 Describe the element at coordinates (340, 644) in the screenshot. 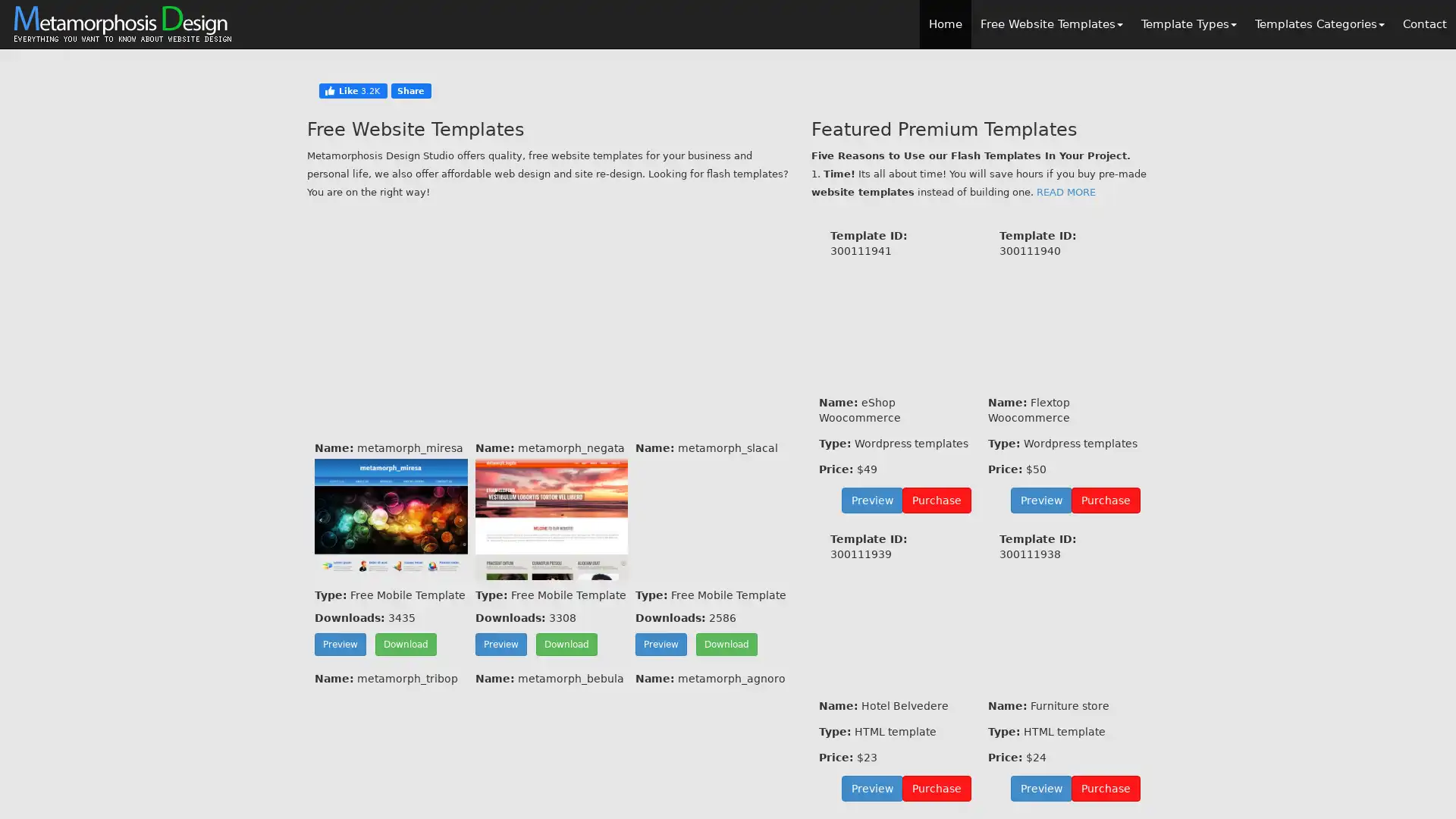

I see `Preview` at that location.